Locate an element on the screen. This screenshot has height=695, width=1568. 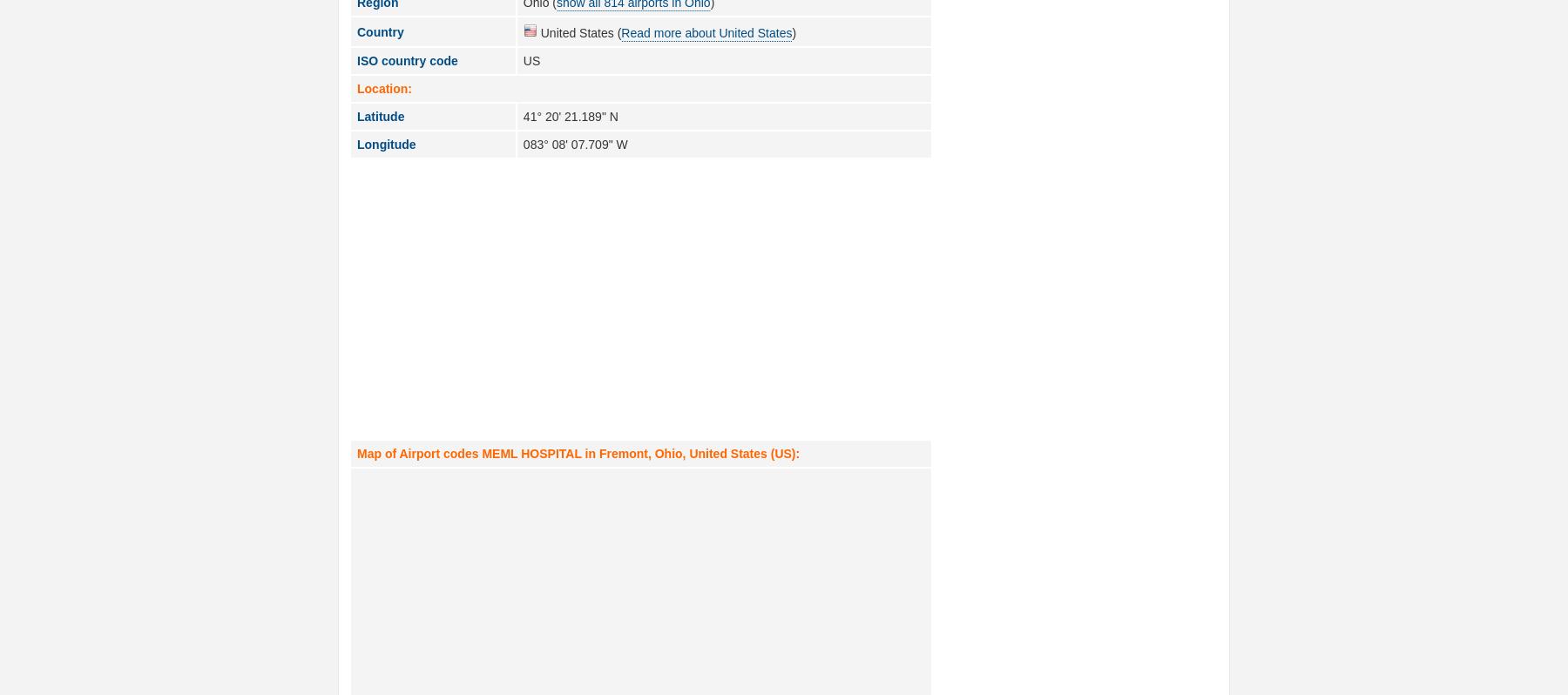
'Latitude' is located at coordinates (381, 115).